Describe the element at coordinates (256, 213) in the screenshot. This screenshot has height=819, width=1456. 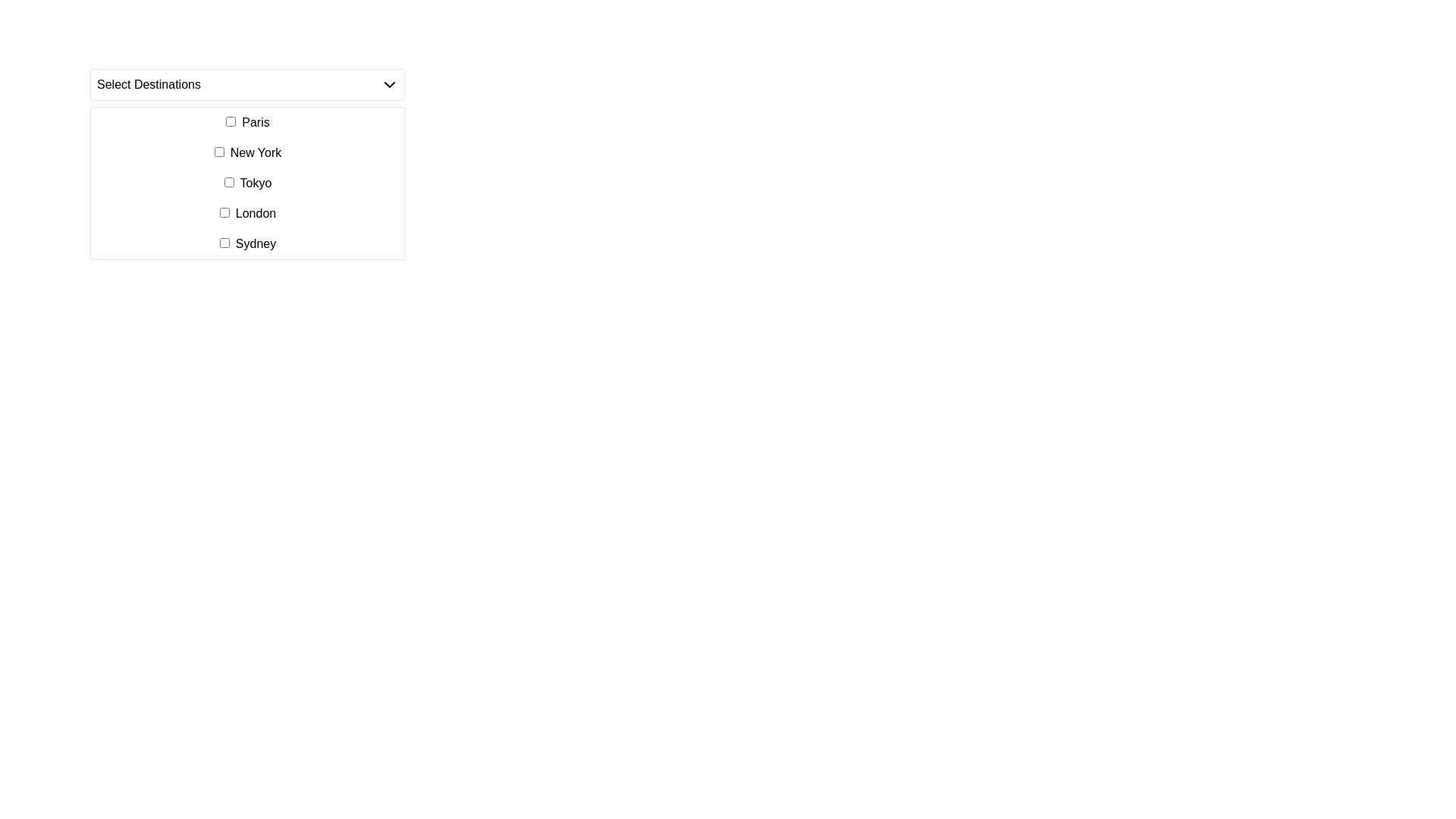
I see `text of the Label element containing 'London', which is the fourth entry in the 'Select Destinations' dropdown list` at that location.